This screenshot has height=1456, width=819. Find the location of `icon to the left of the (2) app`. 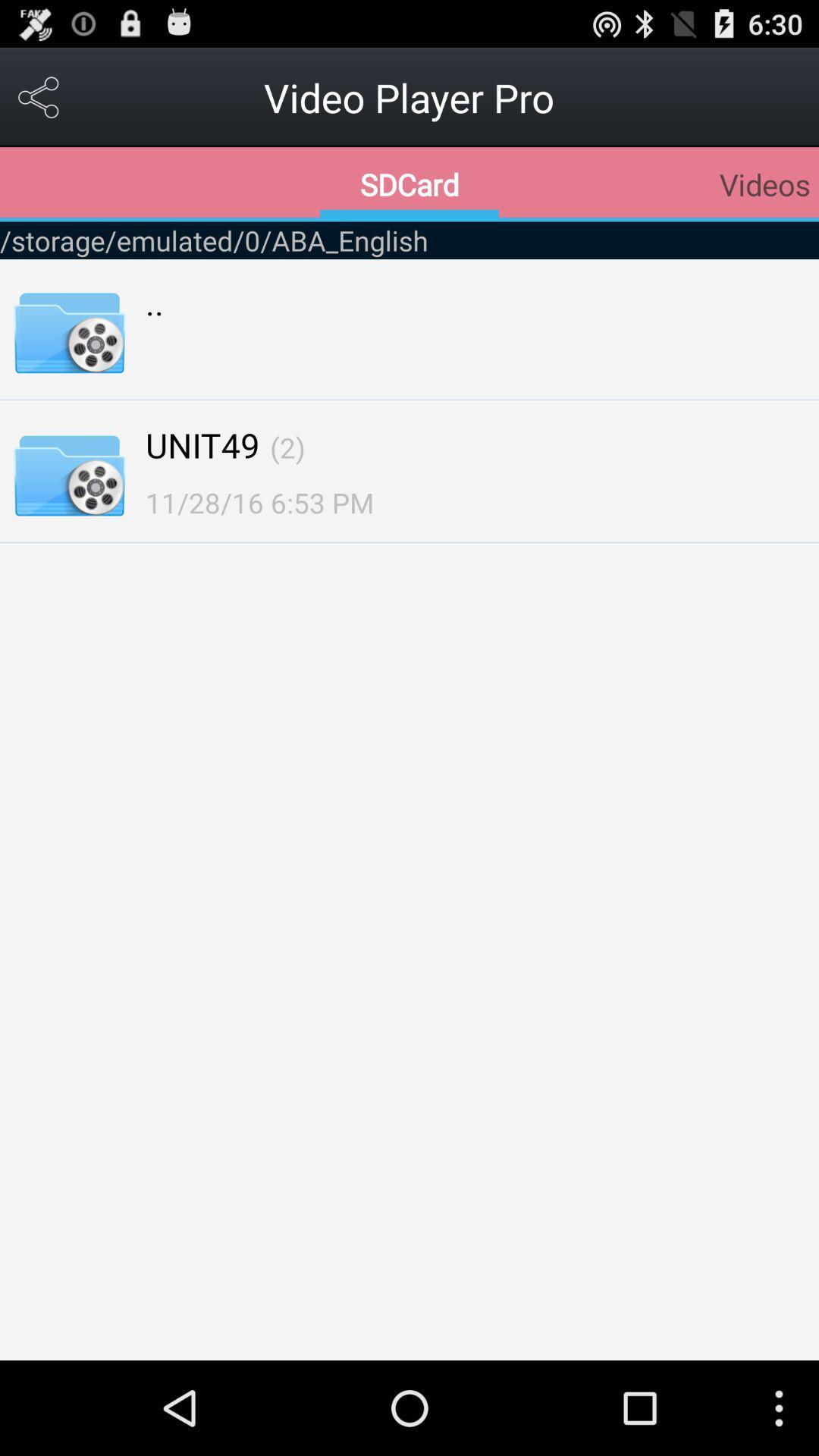

icon to the left of the (2) app is located at coordinates (202, 444).